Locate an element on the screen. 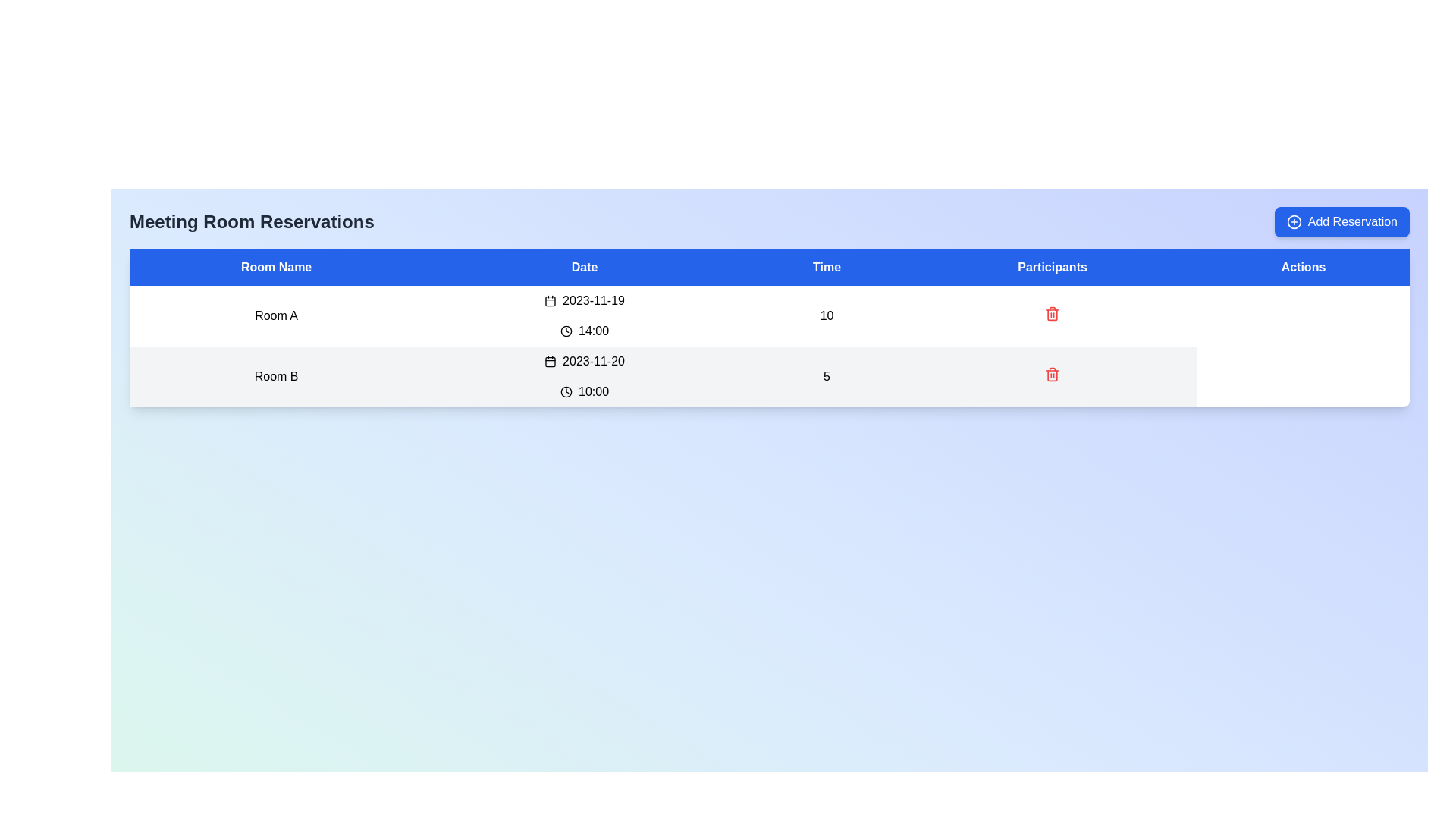  the decorative SVG circle that is part of the clock icon, located in the second row under the 'Date' column next to 'Room B' for the time '10:00' is located at coordinates (566, 391).